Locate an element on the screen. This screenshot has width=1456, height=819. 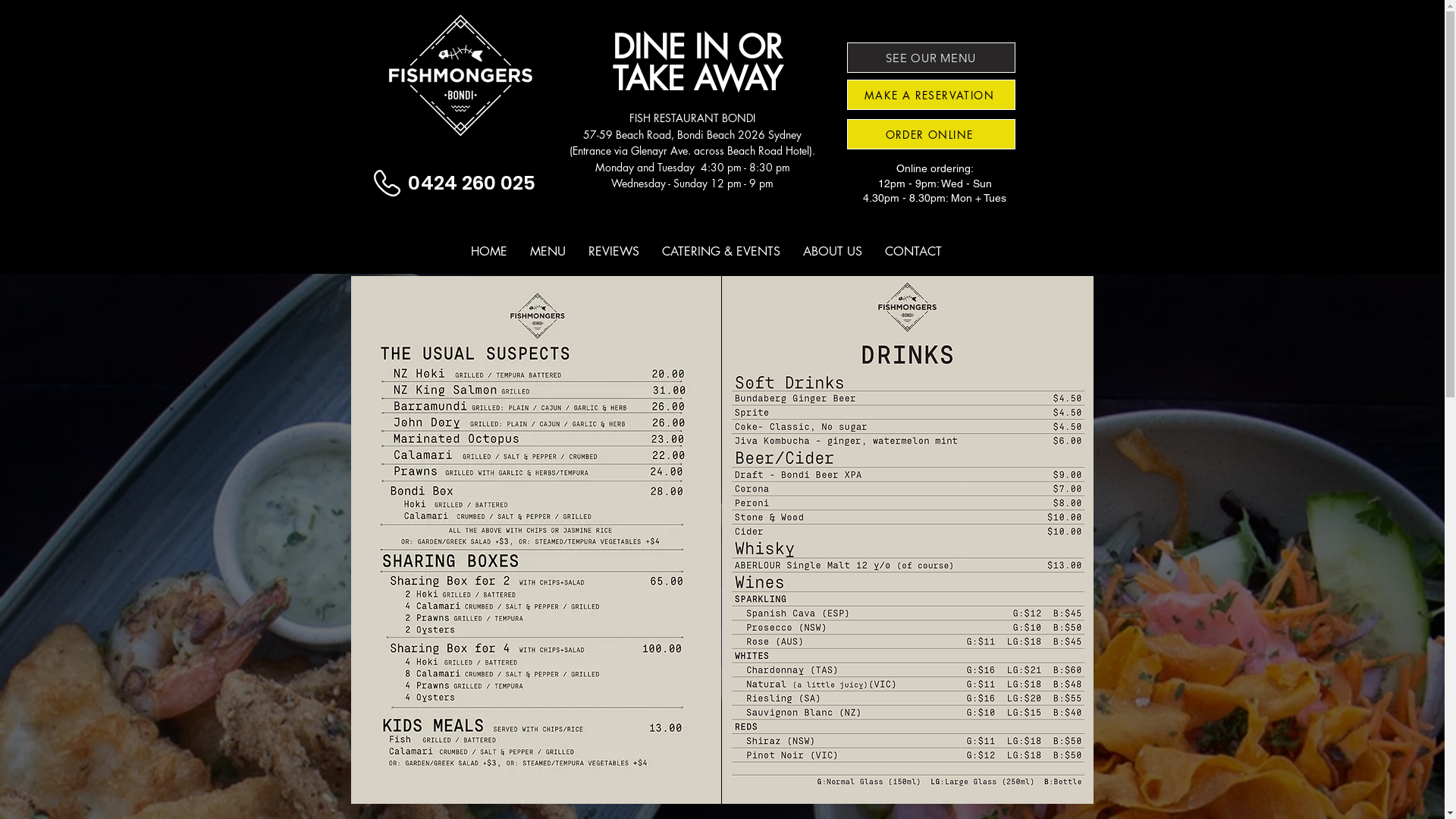
'HOME' is located at coordinates (488, 250).